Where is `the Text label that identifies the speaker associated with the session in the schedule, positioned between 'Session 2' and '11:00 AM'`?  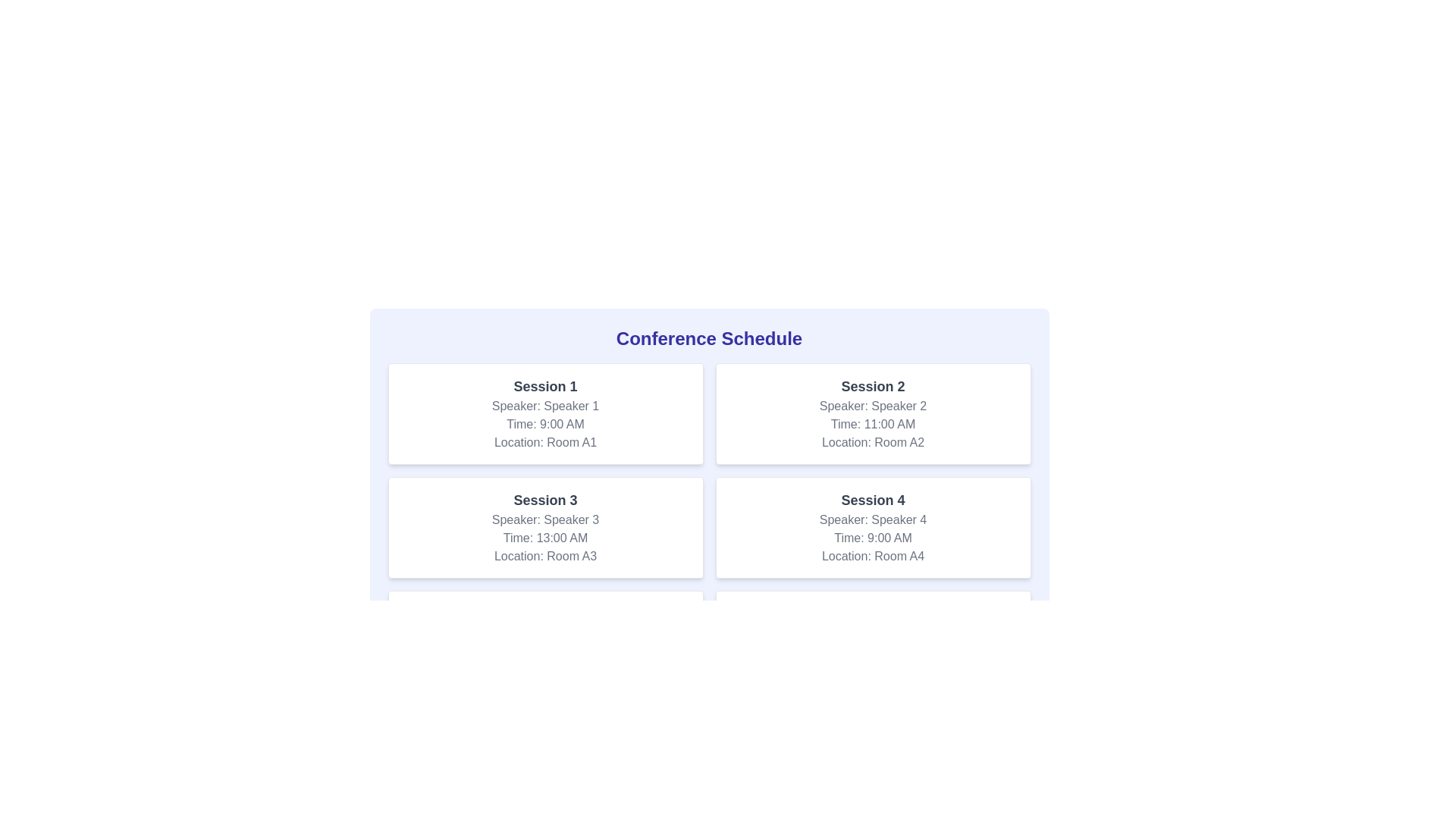
the Text label that identifies the speaker associated with the session in the schedule, positioned between 'Session 2' and '11:00 AM' is located at coordinates (873, 406).